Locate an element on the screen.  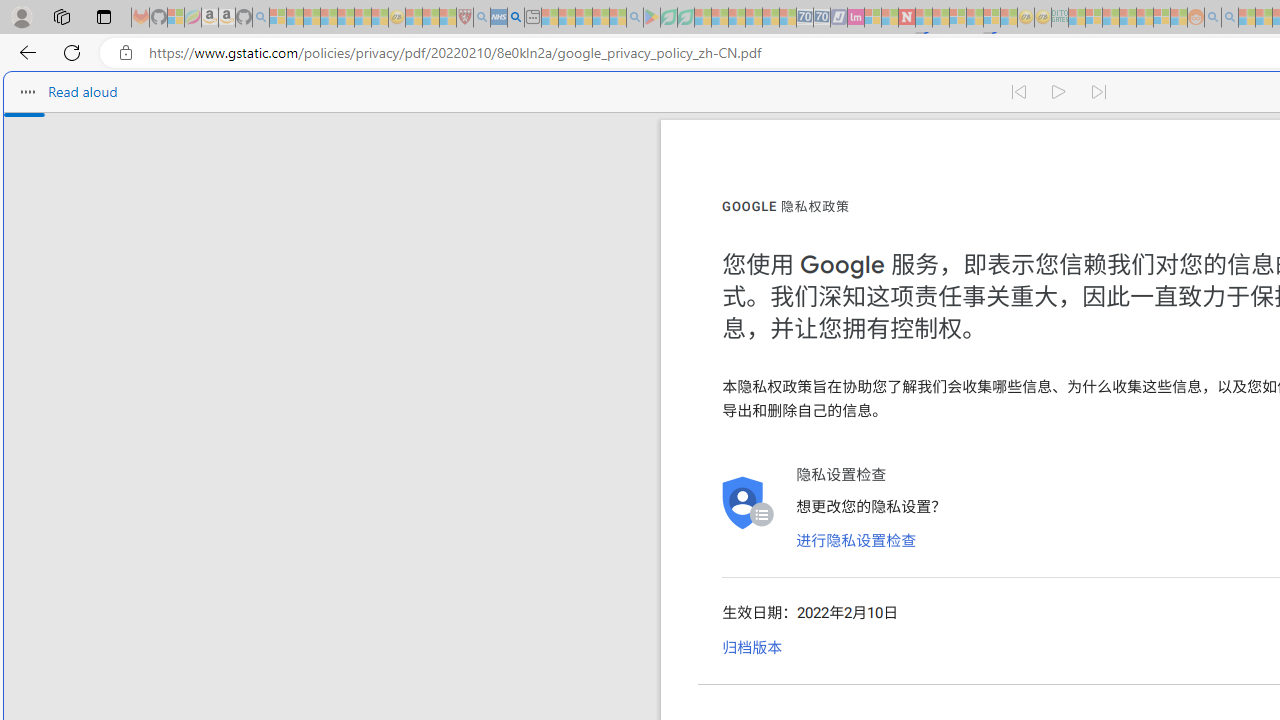
'Expert Portfolios - Sleeping' is located at coordinates (1128, 17).